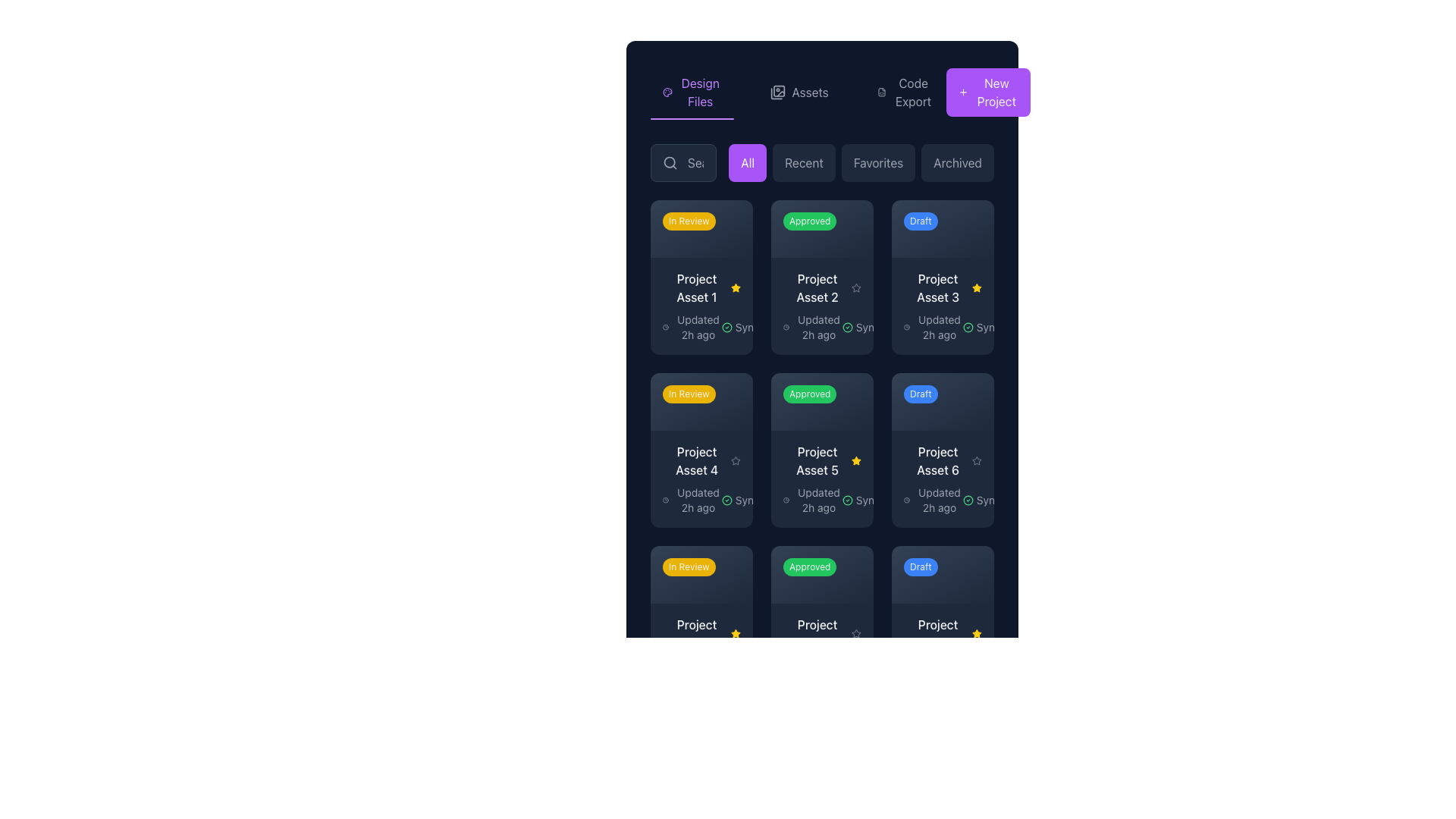 This screenshot has height=819, width=1456. What do you see at coordinates (932, 326) in the screenshot?
I see `the static text label indicating the last update time for 'Project Asset 3', which is located at the bottom of the project card and positioned to the left of the 'Synced' label` at bounding box center [932, 326].